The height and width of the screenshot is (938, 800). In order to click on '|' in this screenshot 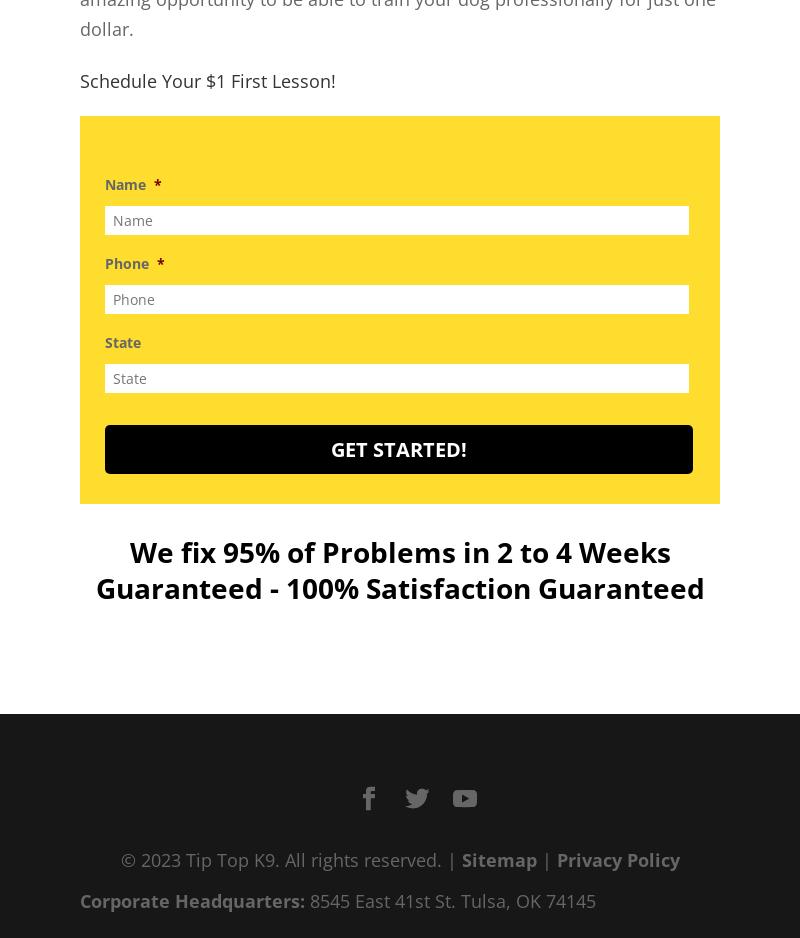, I will do `click(546, 858)`.